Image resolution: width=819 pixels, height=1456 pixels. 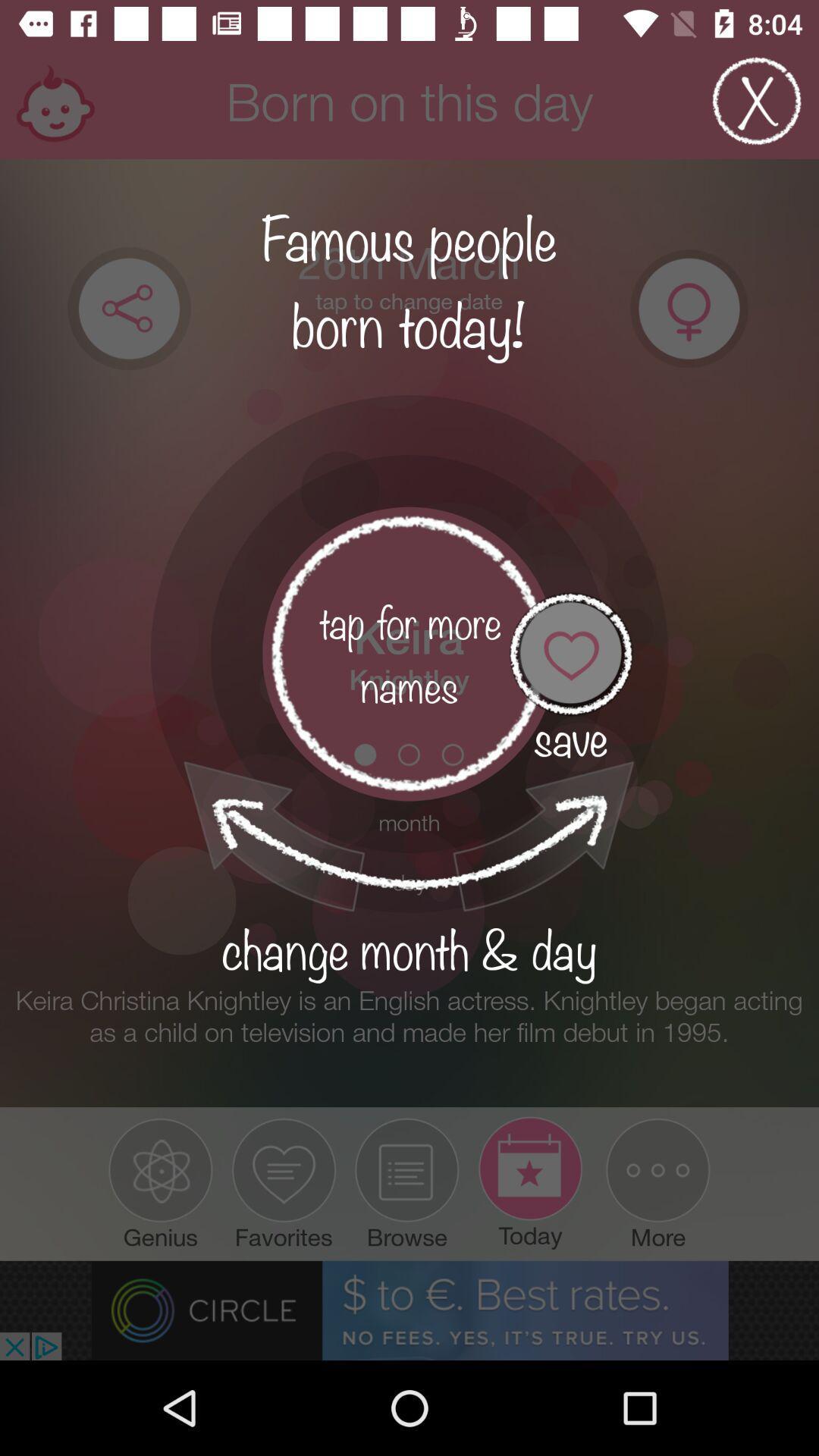 I want to click on open more names of famous people born today, so click(x=409, y=654).